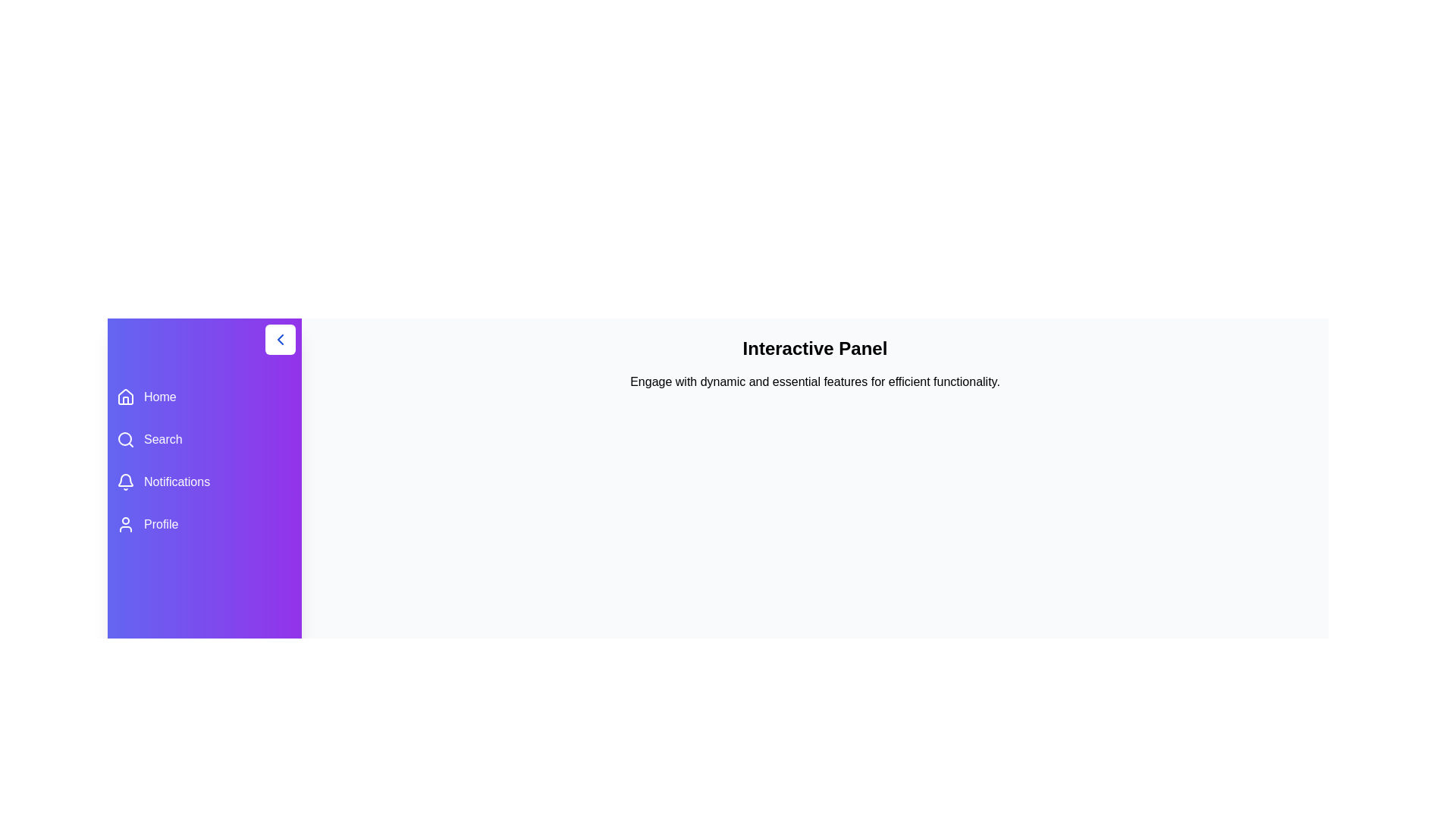  Describe the element at coordinates (203, 439) in the screenshot. I see `the menu item labeled Search` at that location.